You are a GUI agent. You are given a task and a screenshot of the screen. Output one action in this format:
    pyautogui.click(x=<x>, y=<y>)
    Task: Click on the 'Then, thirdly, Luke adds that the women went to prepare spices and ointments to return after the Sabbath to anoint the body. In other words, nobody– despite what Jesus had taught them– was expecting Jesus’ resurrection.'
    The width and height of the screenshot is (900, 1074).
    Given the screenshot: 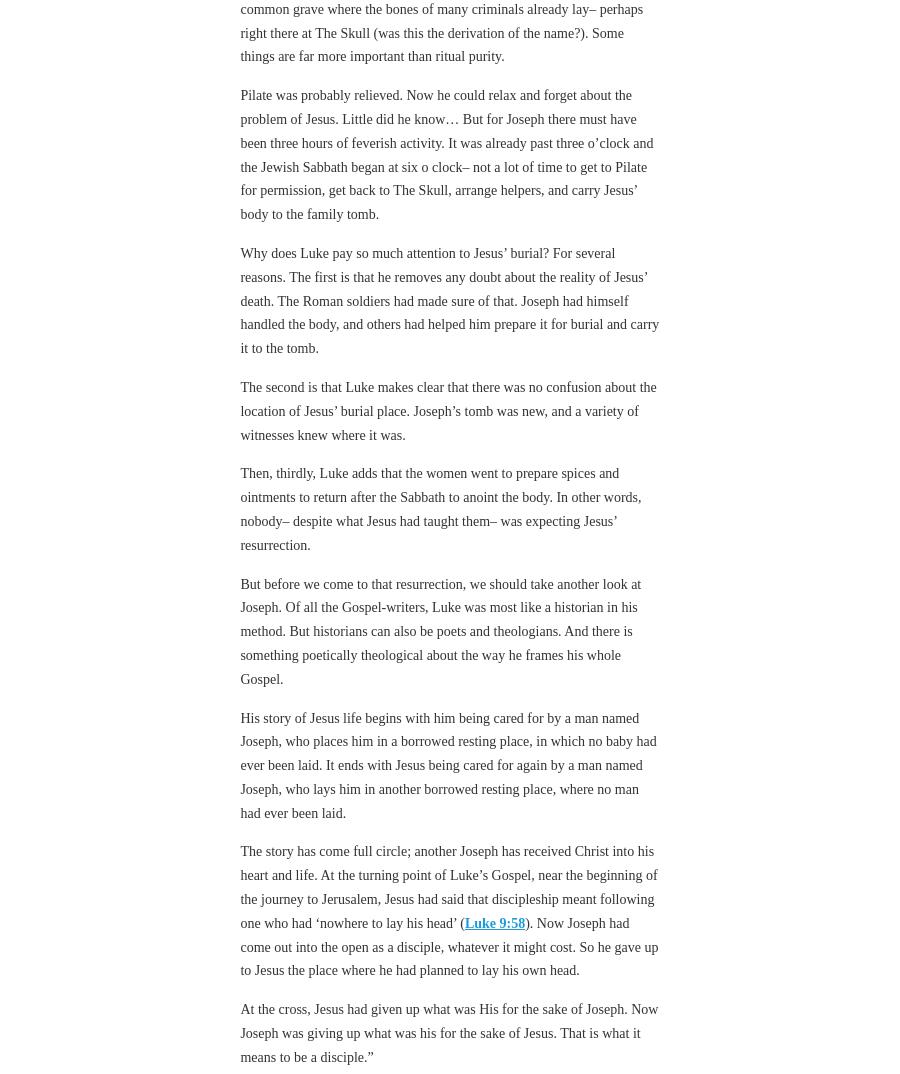 What is the action you would take?
    pyautogui.click(x=440, y=508)
    